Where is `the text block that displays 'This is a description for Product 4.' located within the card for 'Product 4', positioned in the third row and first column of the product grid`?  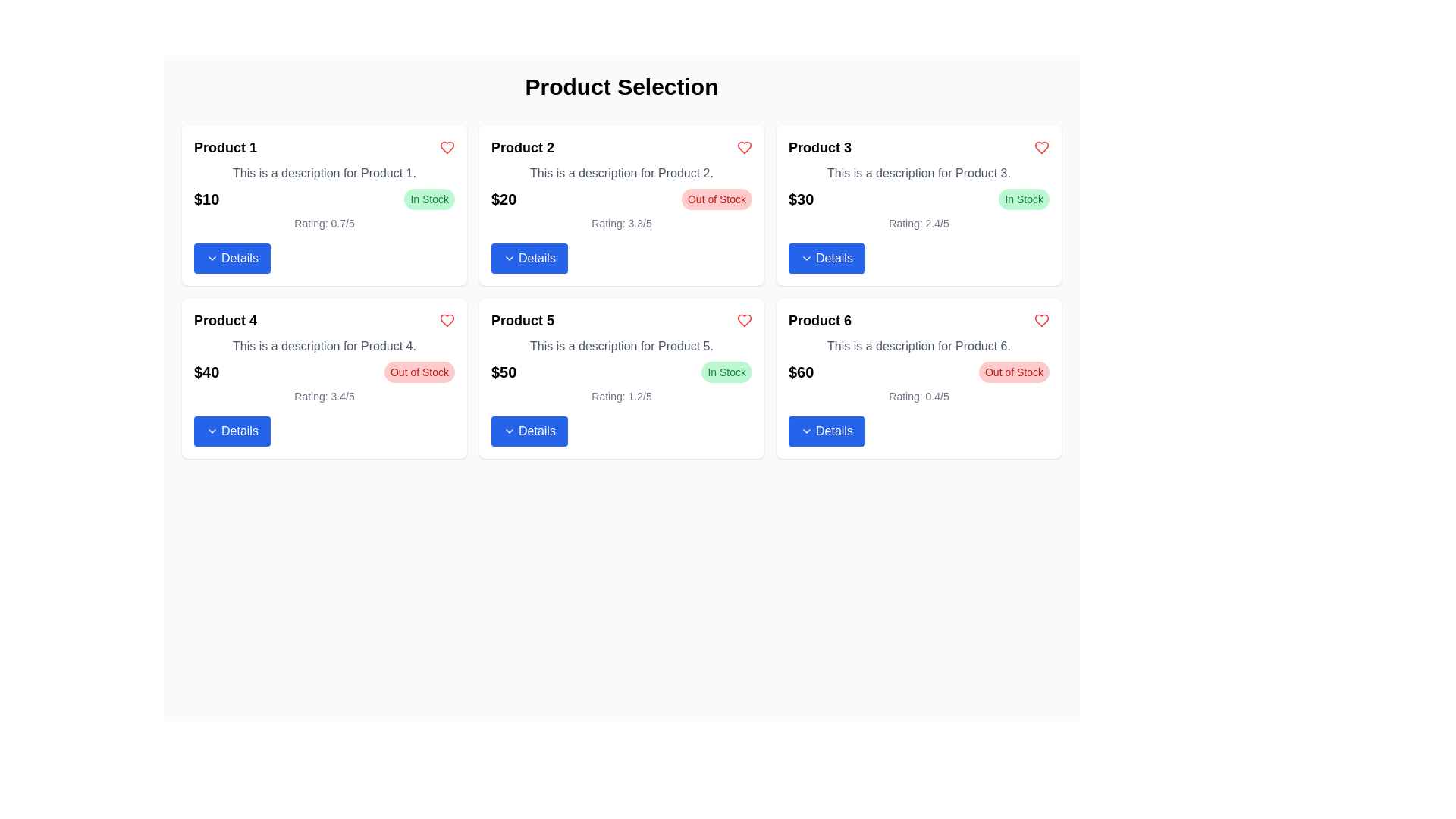 the text block that displays 'This is a description for Product 4.' located within the card for 'Product 4', positioned in the third row and first column of the product grid is located at coordinates (323, 346).